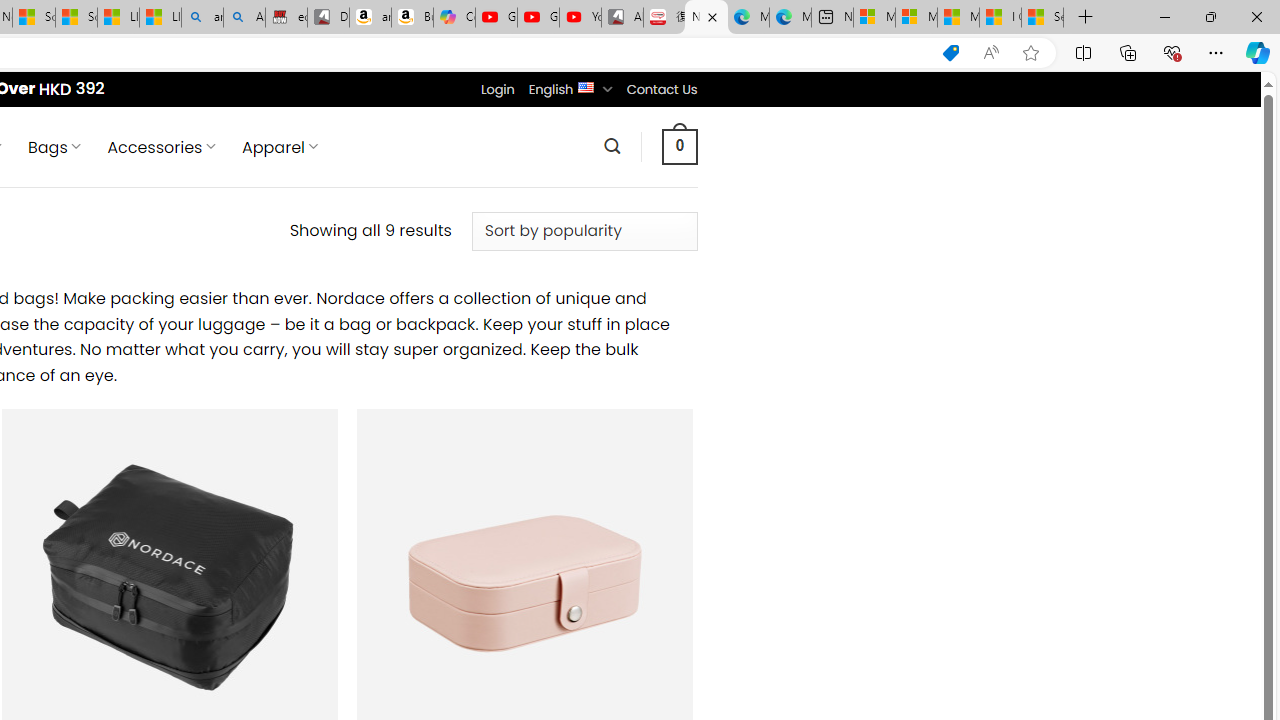 Image resolution: width=1280 pixels, height=720 pixels. What do you see at coordinates (579, 17) in the screenshot?
I see `'YouTube Kids - An App Created for Kids to Explore Content'` at bounding box center [579, 17].